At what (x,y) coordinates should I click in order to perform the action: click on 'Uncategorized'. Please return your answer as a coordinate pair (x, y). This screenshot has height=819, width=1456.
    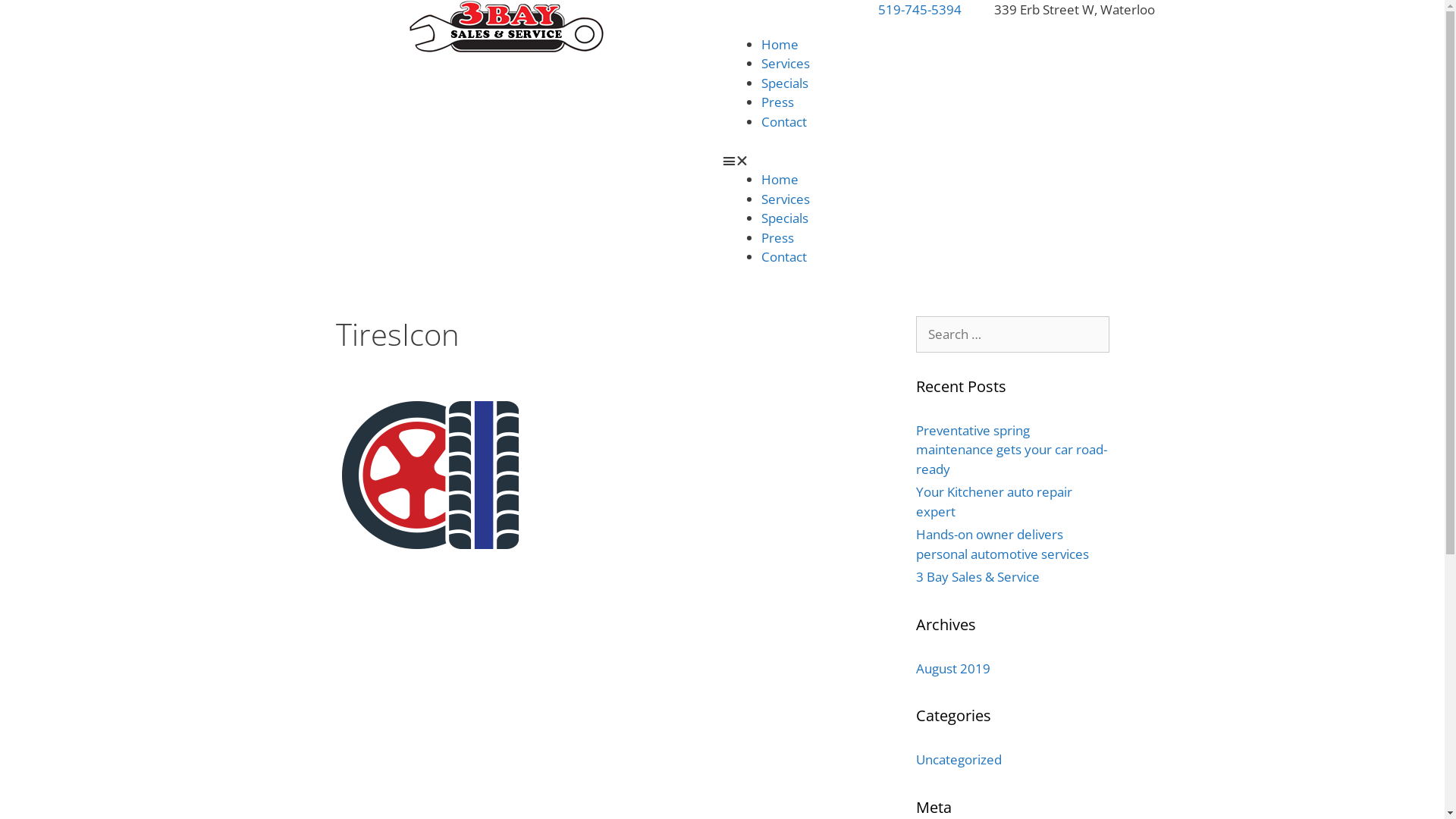
    Looking at the image, I should click on (915, 759).